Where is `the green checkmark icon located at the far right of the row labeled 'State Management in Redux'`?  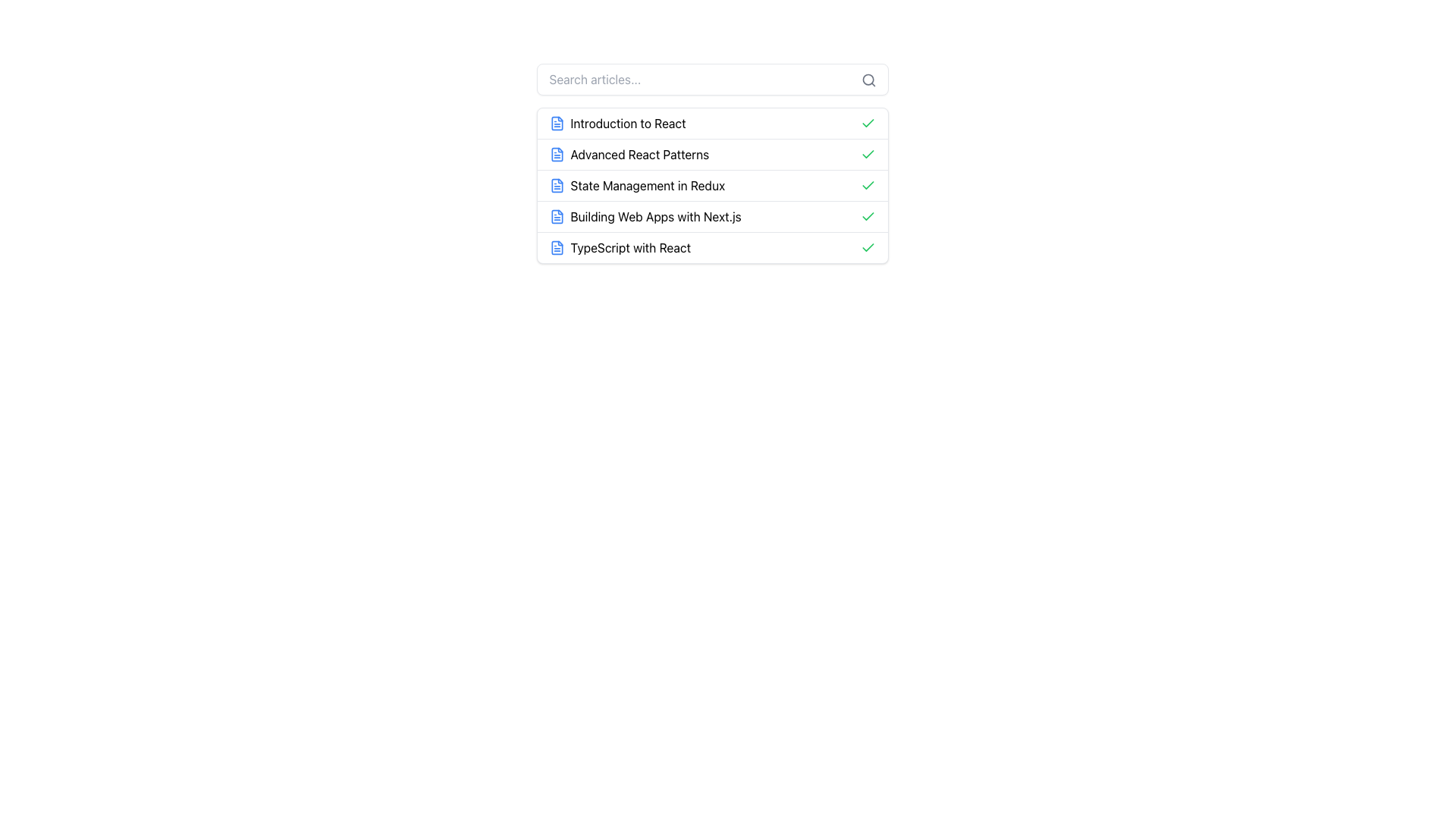
the green checkmark icon located at the far right of the row labeled 'State Management in Redux' is located at coordinates (868, 185).